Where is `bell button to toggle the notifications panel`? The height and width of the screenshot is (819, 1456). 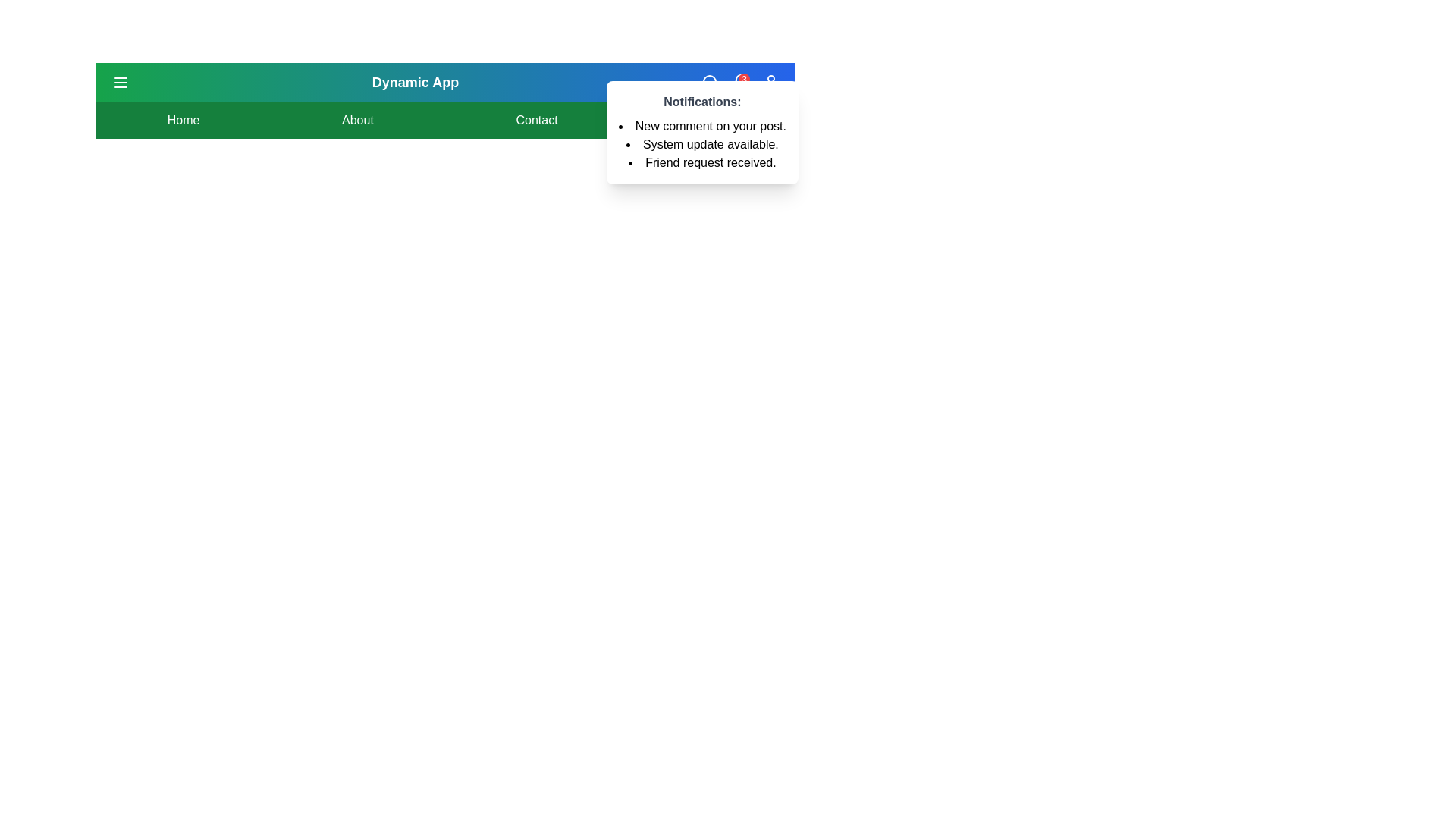 bell button to toggle the notifications panel is located at coordinates (740, 82).